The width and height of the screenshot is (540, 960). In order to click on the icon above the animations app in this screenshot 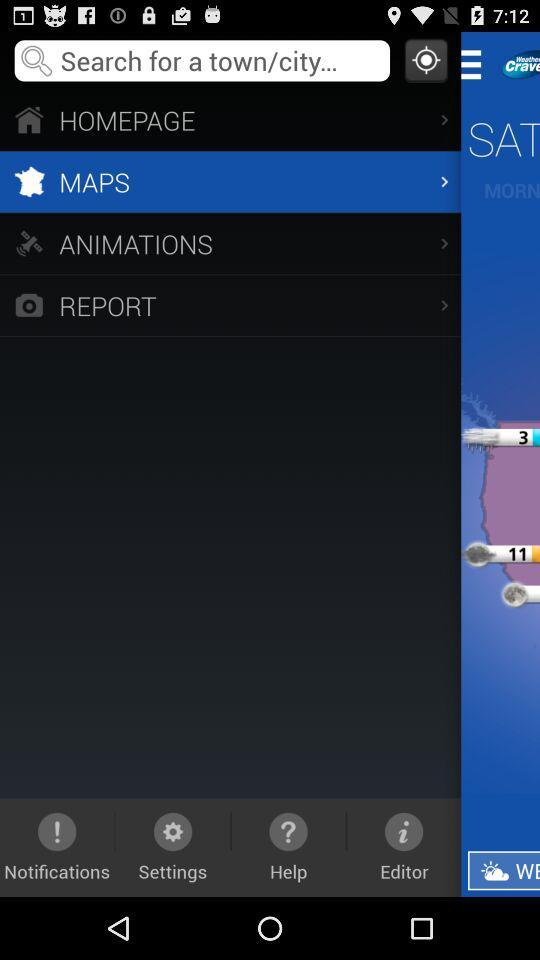, I will do `click(229, 181)`.